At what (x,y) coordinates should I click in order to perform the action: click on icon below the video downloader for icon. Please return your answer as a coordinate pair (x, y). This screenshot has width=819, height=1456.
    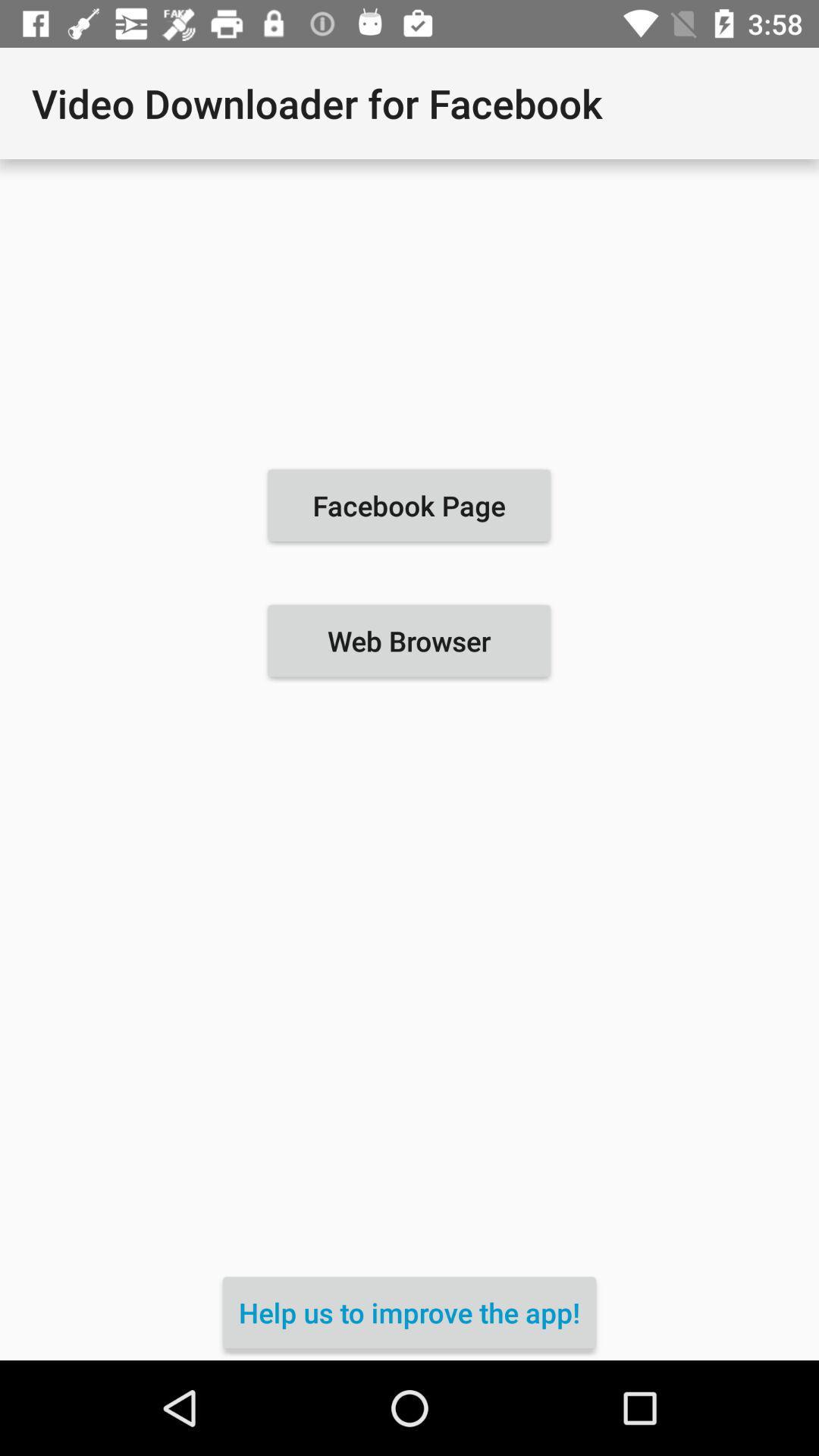
    Looking at the image, I should click on (408, 505).